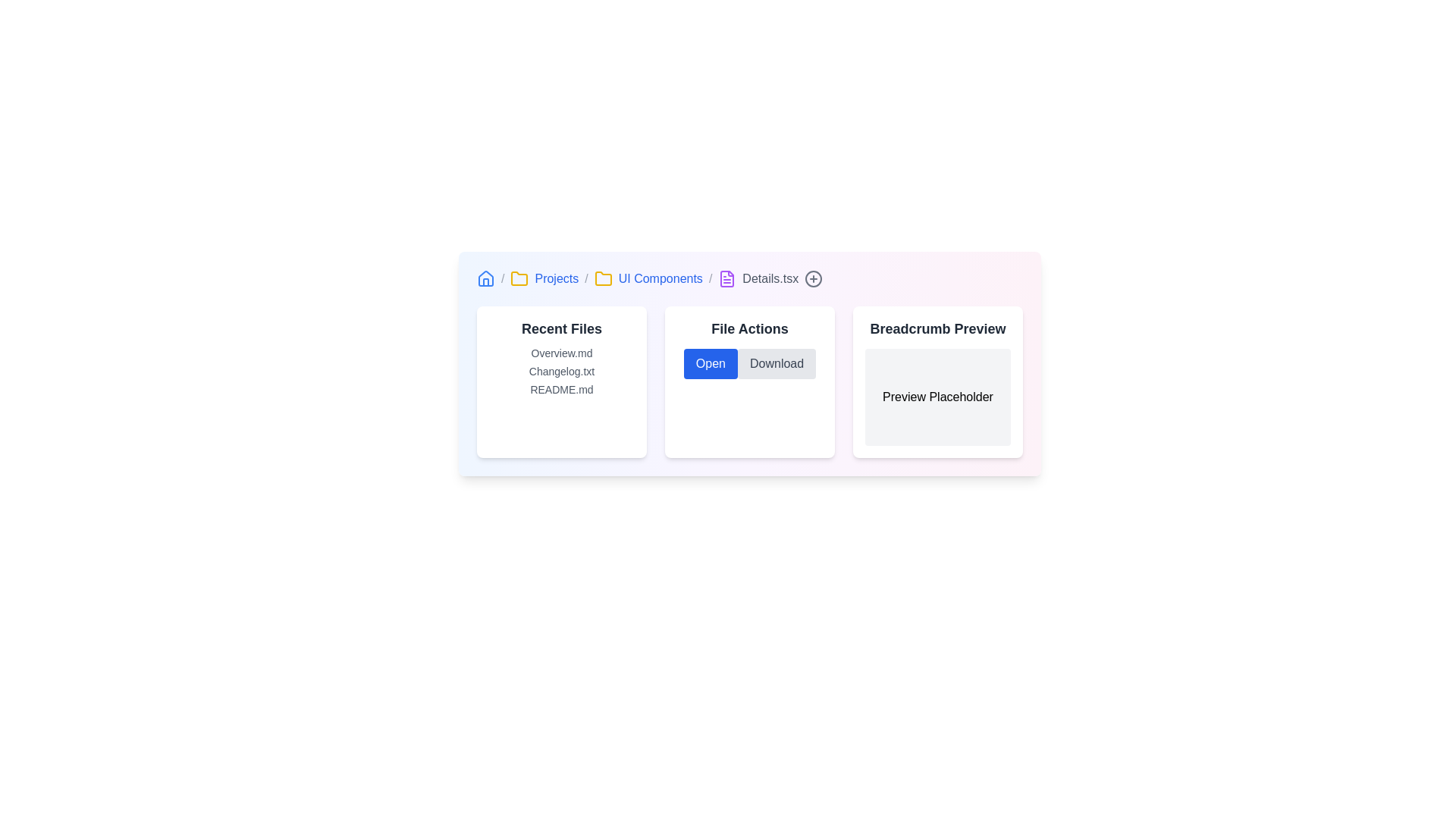 This screenshot has height=819, width=1456. Describe the element at coordinates (813, 278) in the screenshot. I see `the SVG Circle element that represents the add functionality, located at the center of the 'Add New' button on the right side of the header bar` at that location.